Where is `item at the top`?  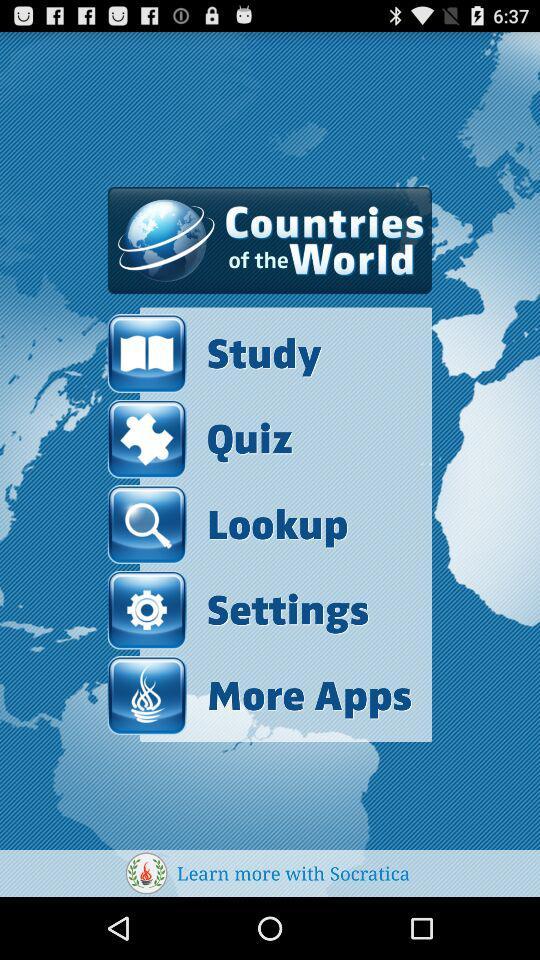 item at the top is located at coordinates (269, 240).